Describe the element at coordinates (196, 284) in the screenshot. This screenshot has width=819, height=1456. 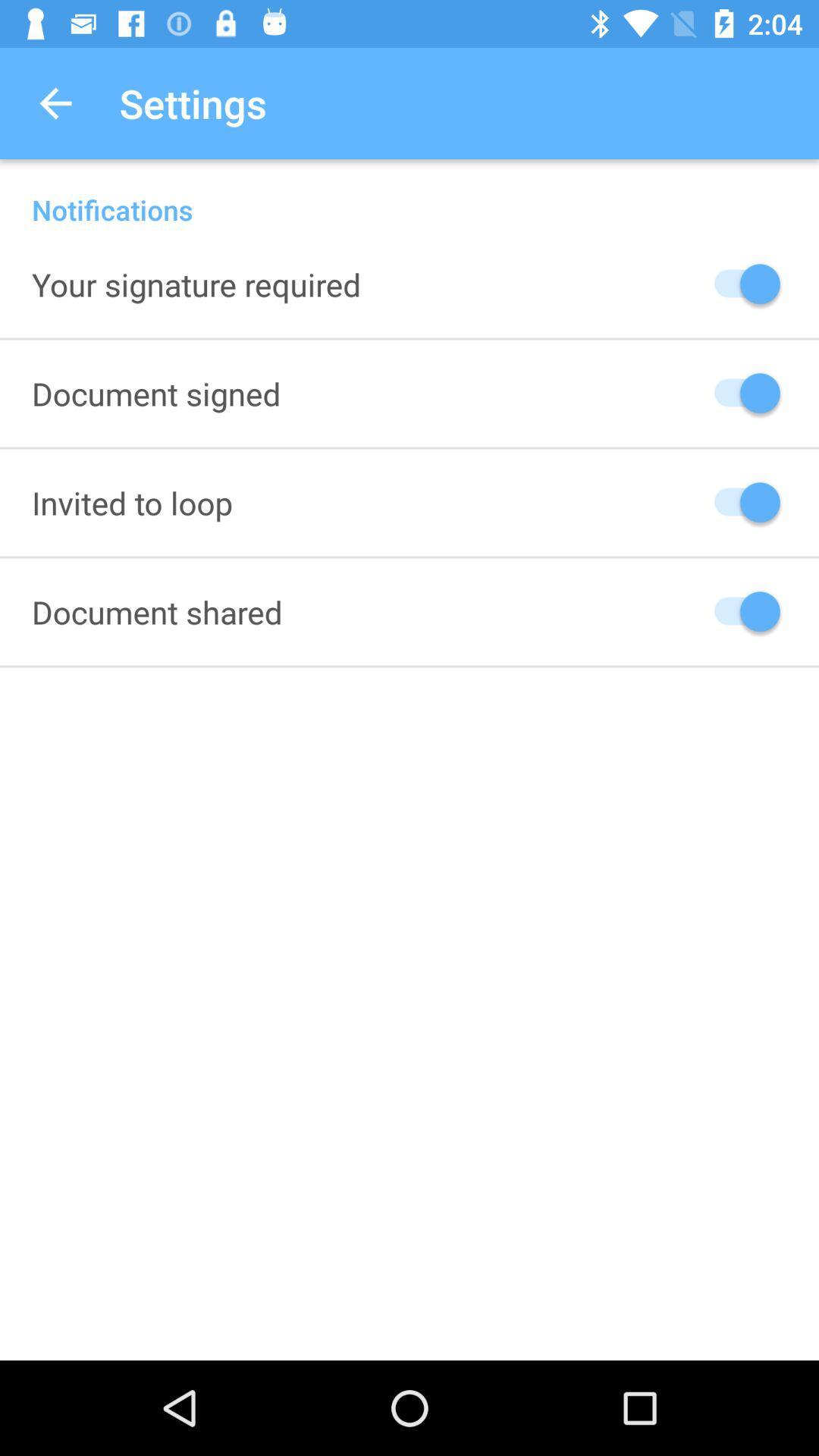
I see `the your signature required icon` at that location.